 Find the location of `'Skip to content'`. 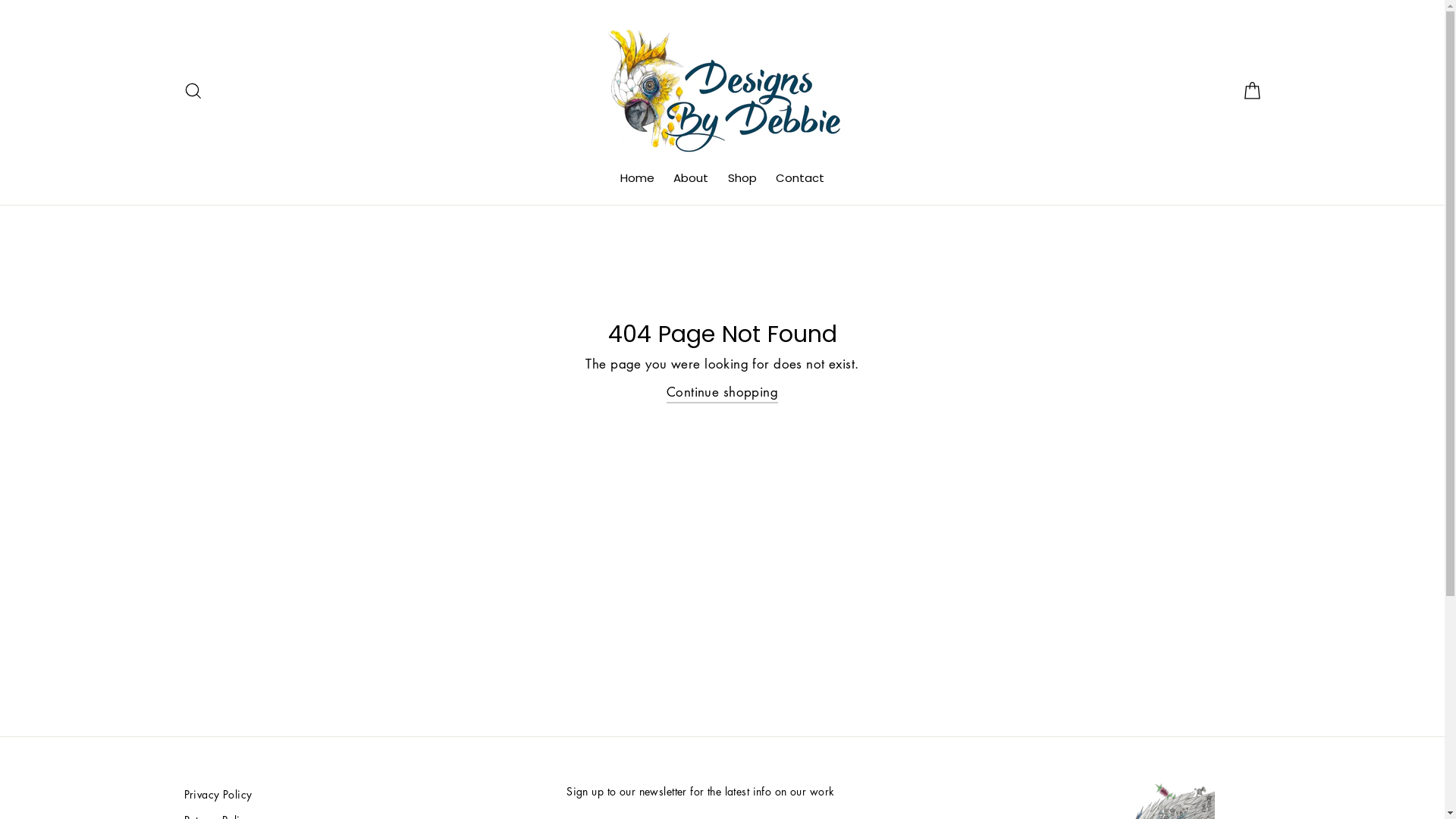

'Skip to content' is located at coordinates (0, 0).